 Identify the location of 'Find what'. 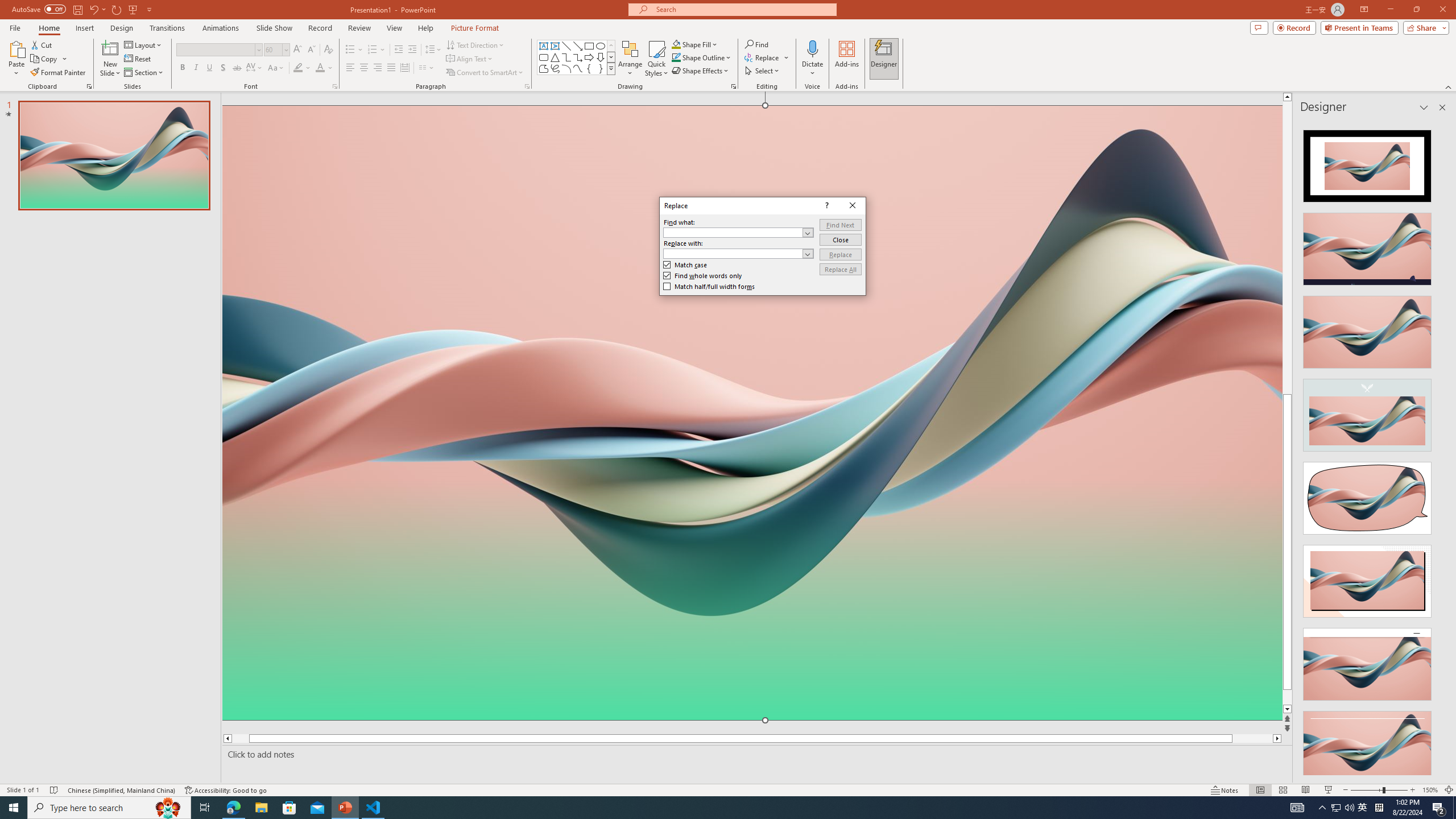
(737, 231).